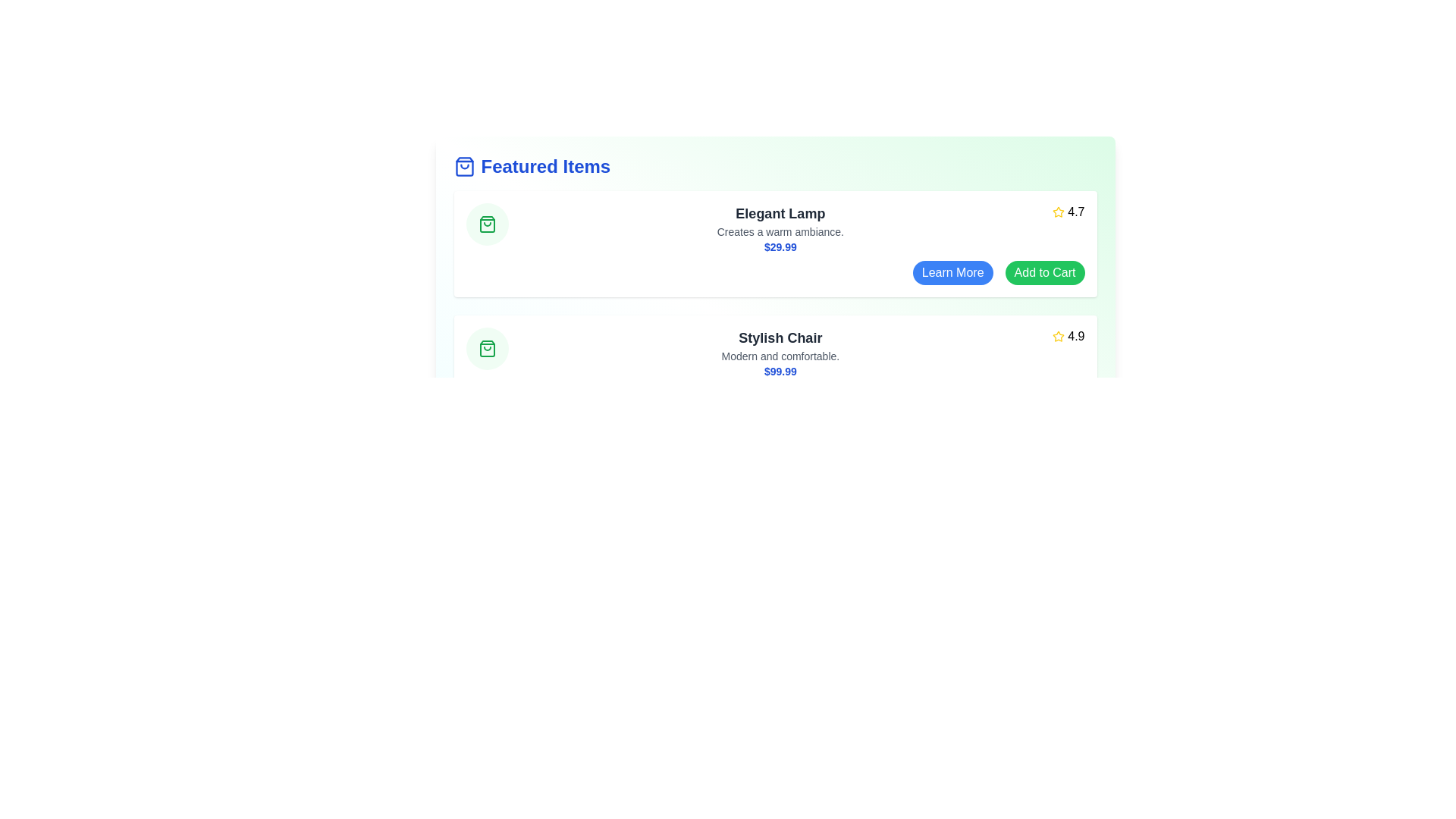  Describe the element at coordinates (1068, 212) in the screenshot. I see `the rating of the item 'Elegant Lamp' to view more information` at that location.